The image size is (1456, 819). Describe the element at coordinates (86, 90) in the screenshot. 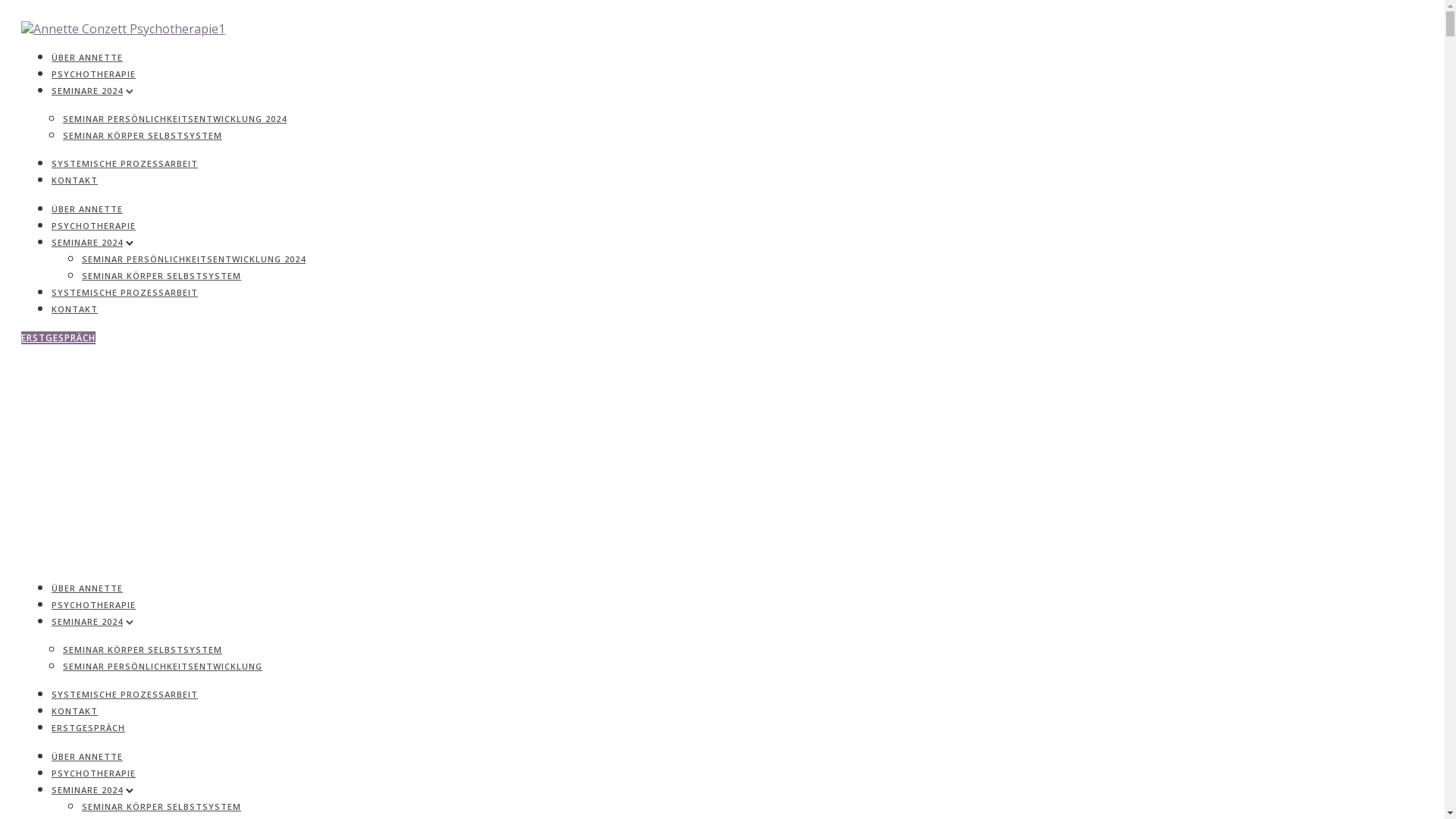

I see `'SEMINARE 2024'` at that location.